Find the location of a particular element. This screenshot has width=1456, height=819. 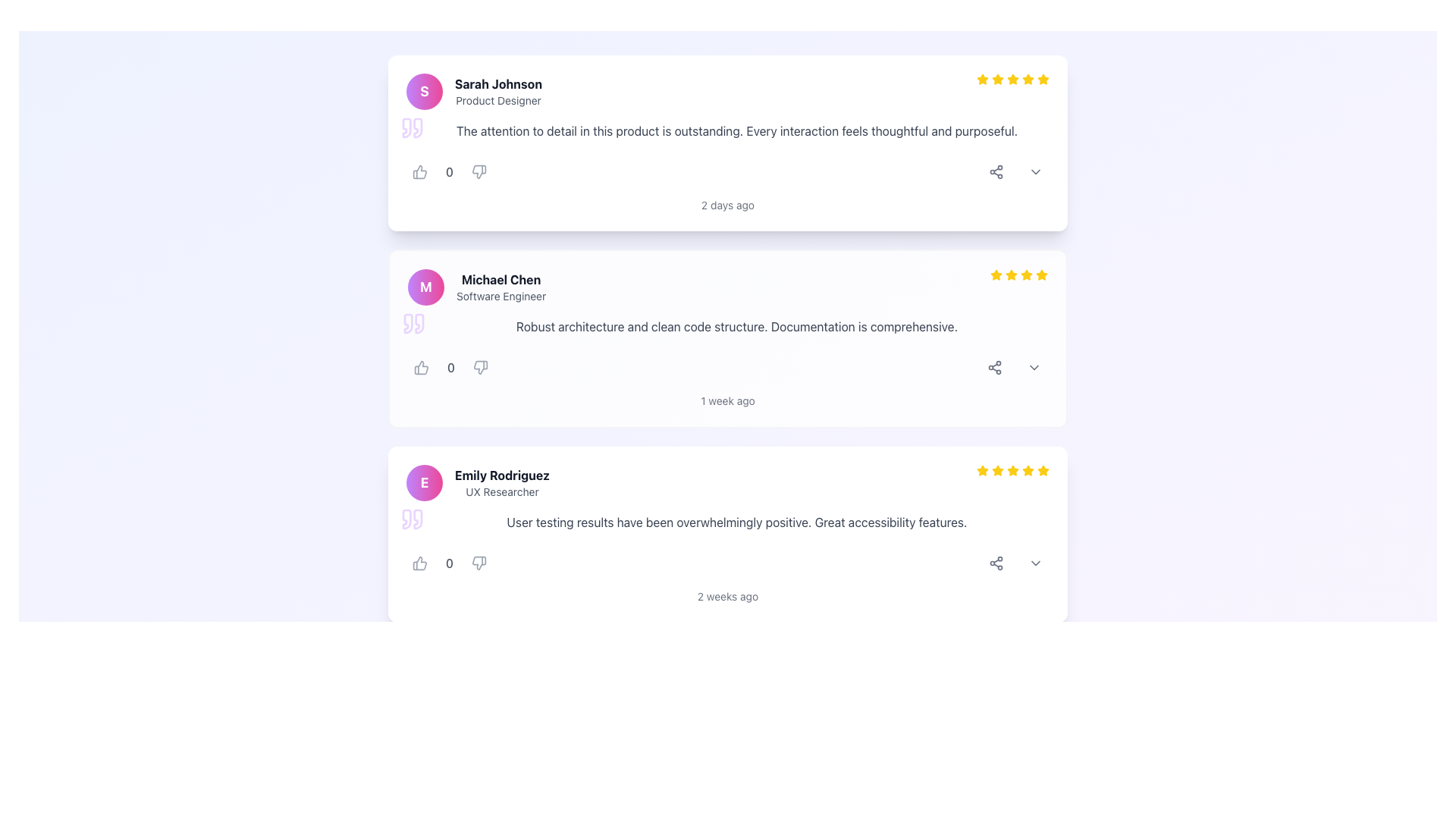

the fifth yellow star-shaped icon used for user ratings located at the top right corner of the review card is located at coordinates (1028, 470).